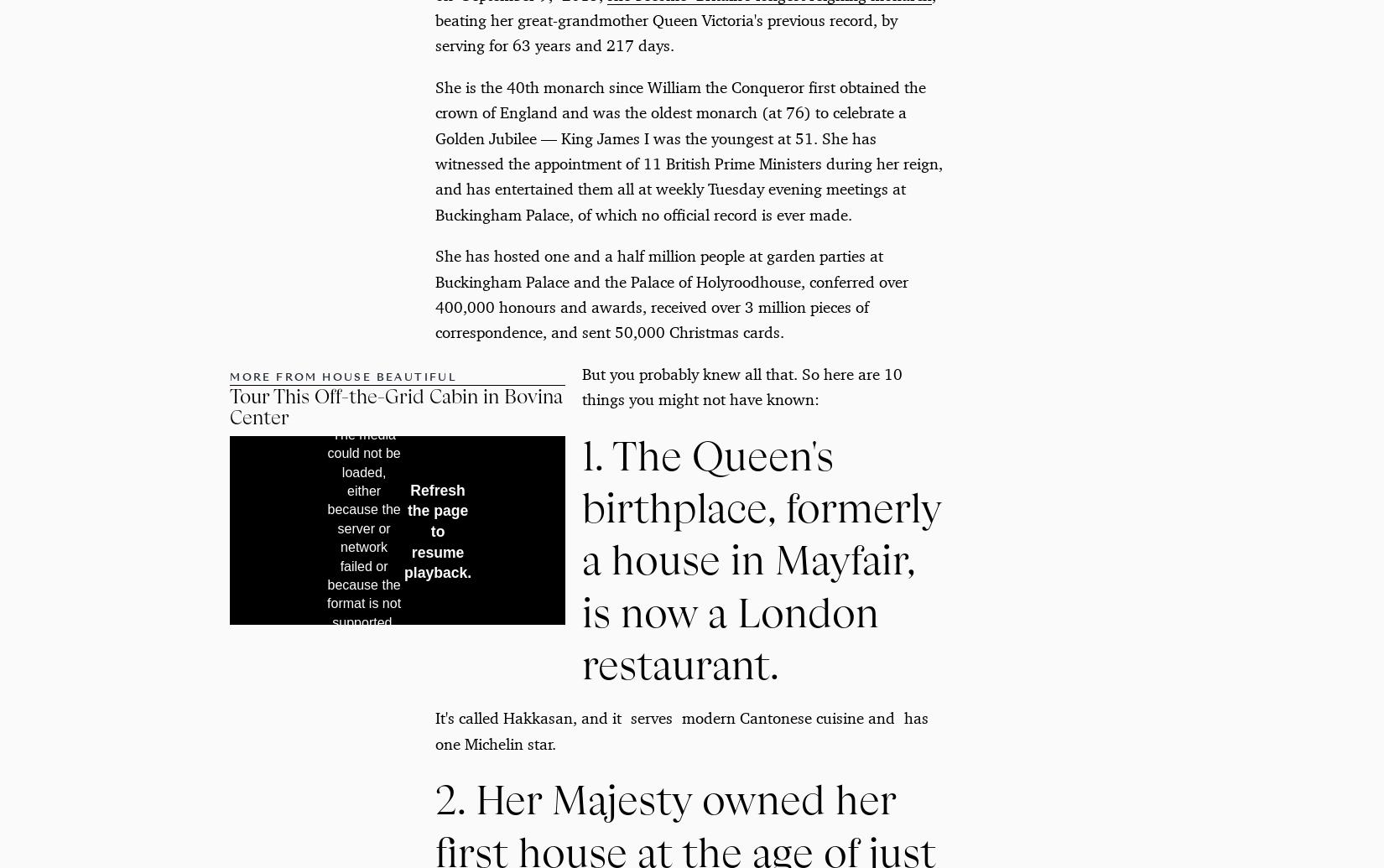  I want to click on 'Community Guidelines', so click(520, 684).